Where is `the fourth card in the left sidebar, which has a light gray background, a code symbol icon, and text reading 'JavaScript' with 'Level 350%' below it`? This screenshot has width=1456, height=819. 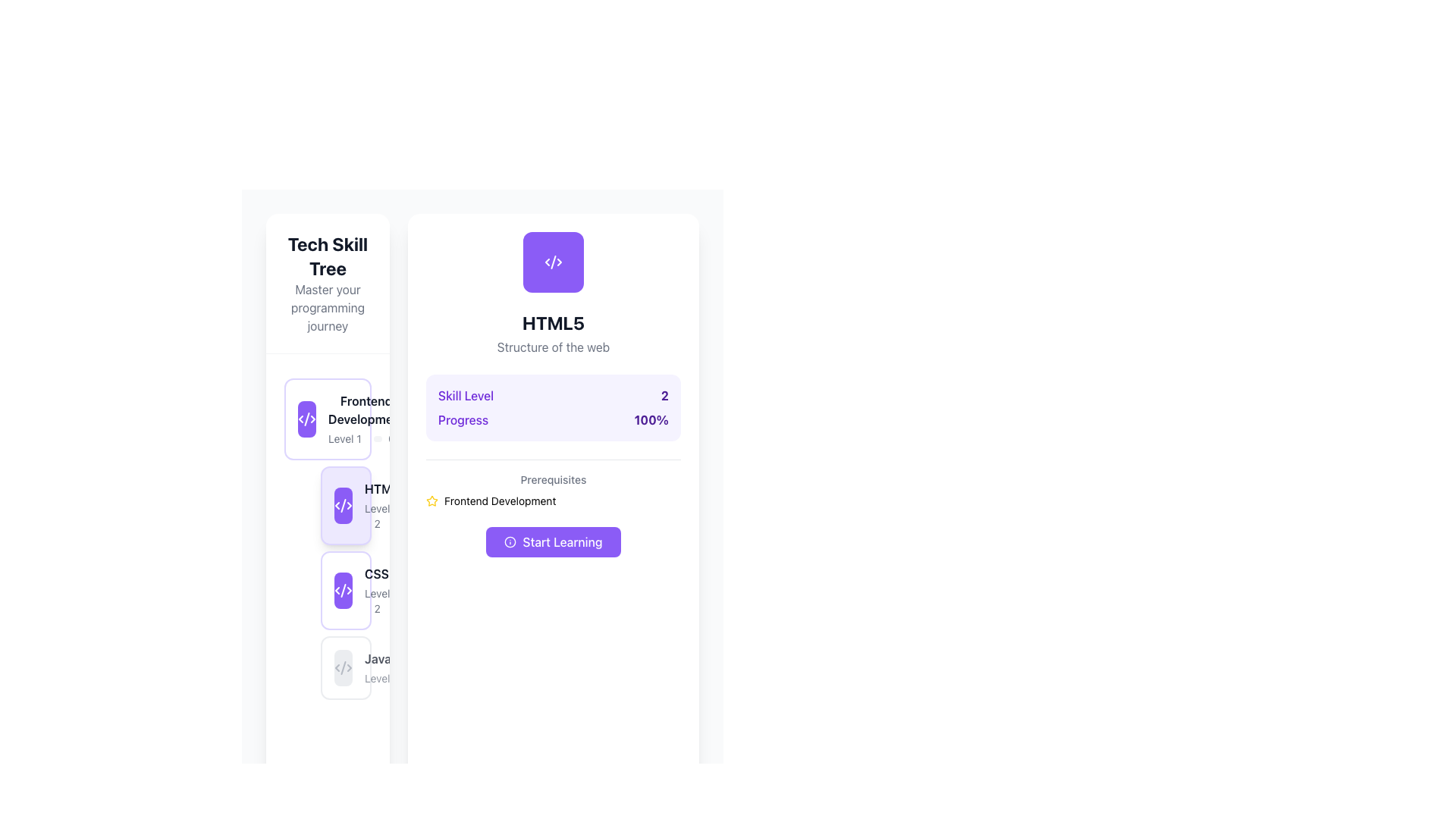
the fourth card in the left sidebar, which has a light gray background, a code symbol icon, and text reading 'JavaScript' with 'Level 350%' below it is located at coordinates (345, 667).